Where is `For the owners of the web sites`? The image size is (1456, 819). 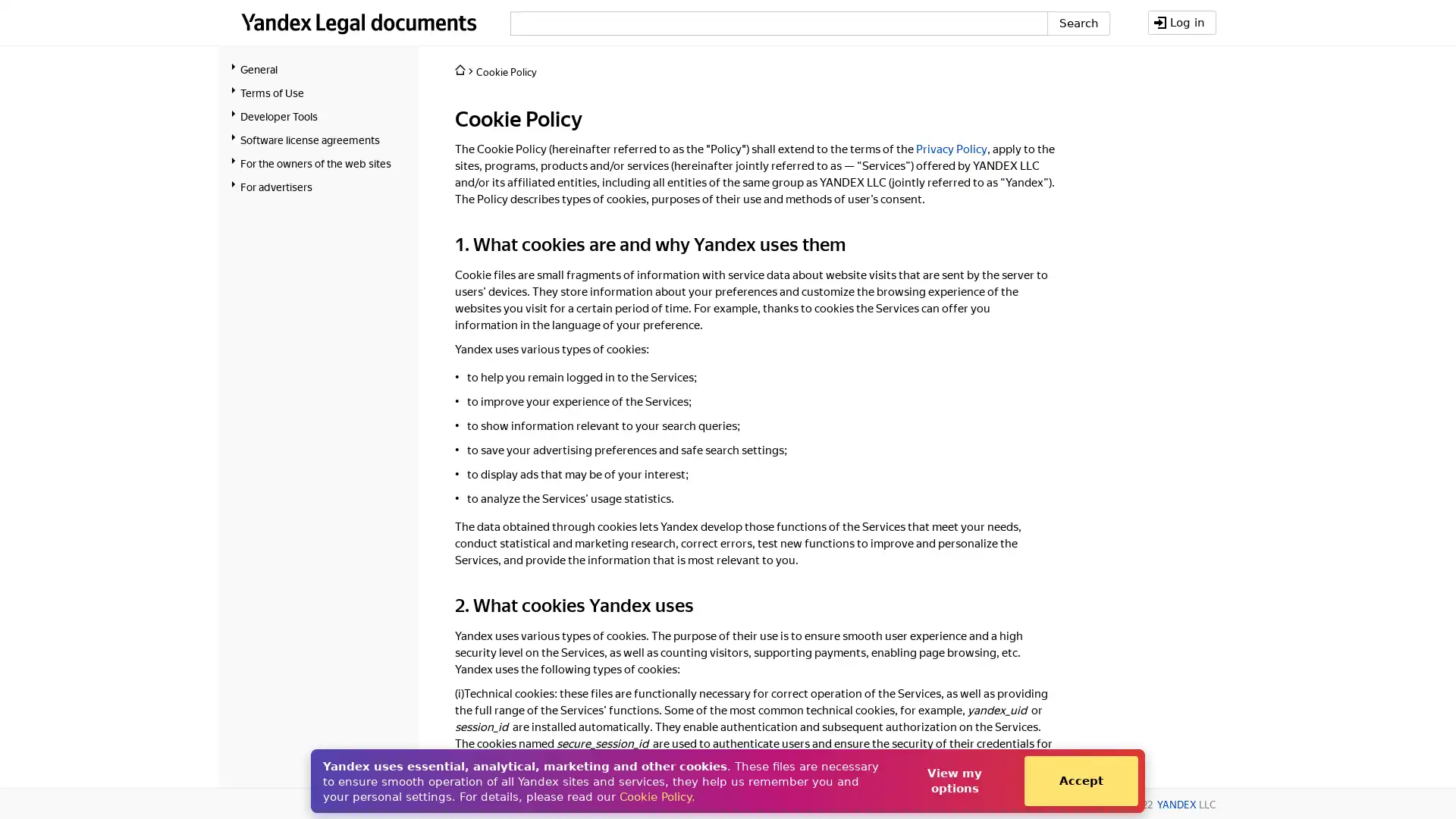 For the owners of the web sites is located at coordinates (318, 162).